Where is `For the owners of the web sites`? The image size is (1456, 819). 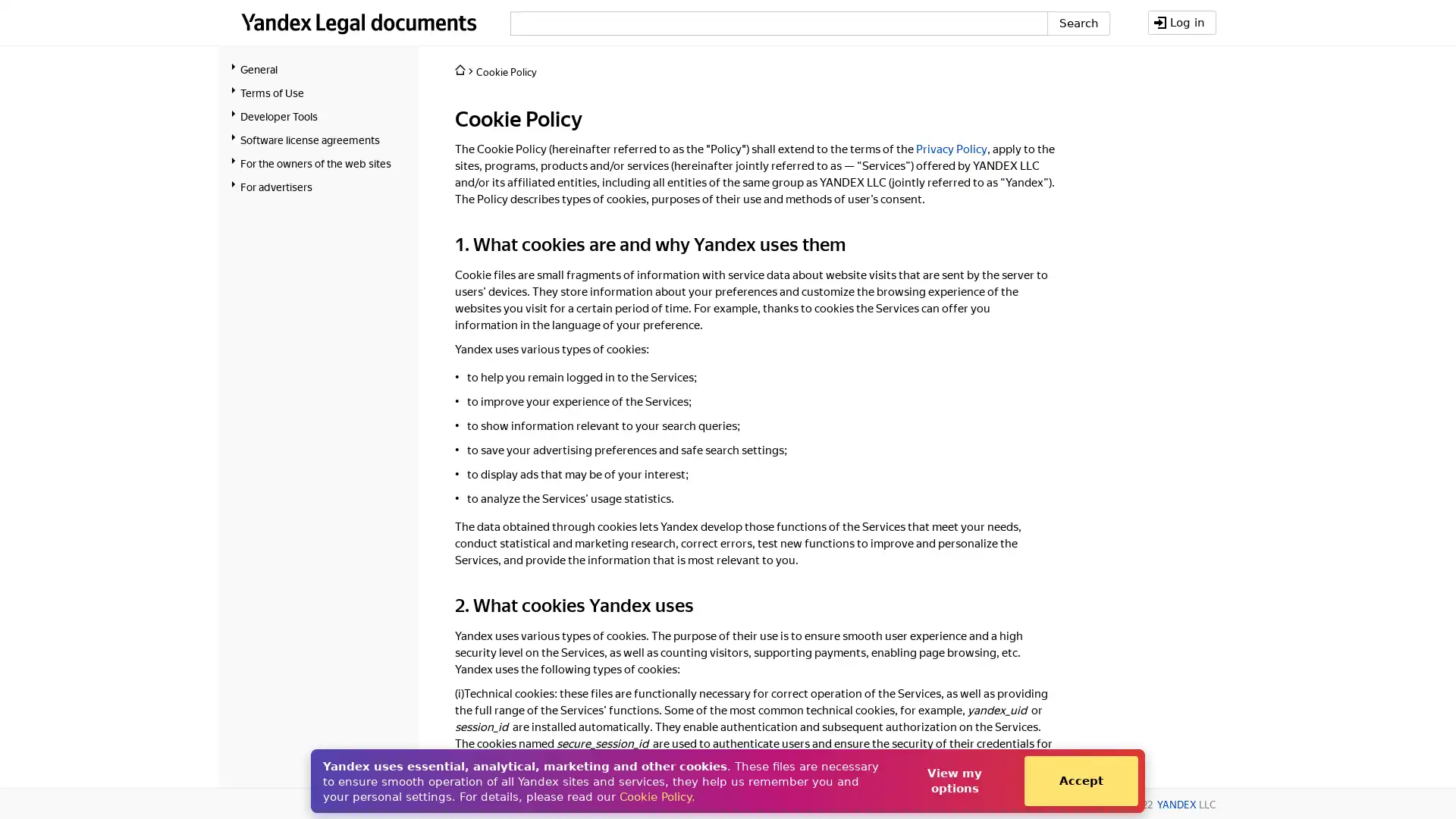 For the owners of the web sites is located at coordinates (318, 162).